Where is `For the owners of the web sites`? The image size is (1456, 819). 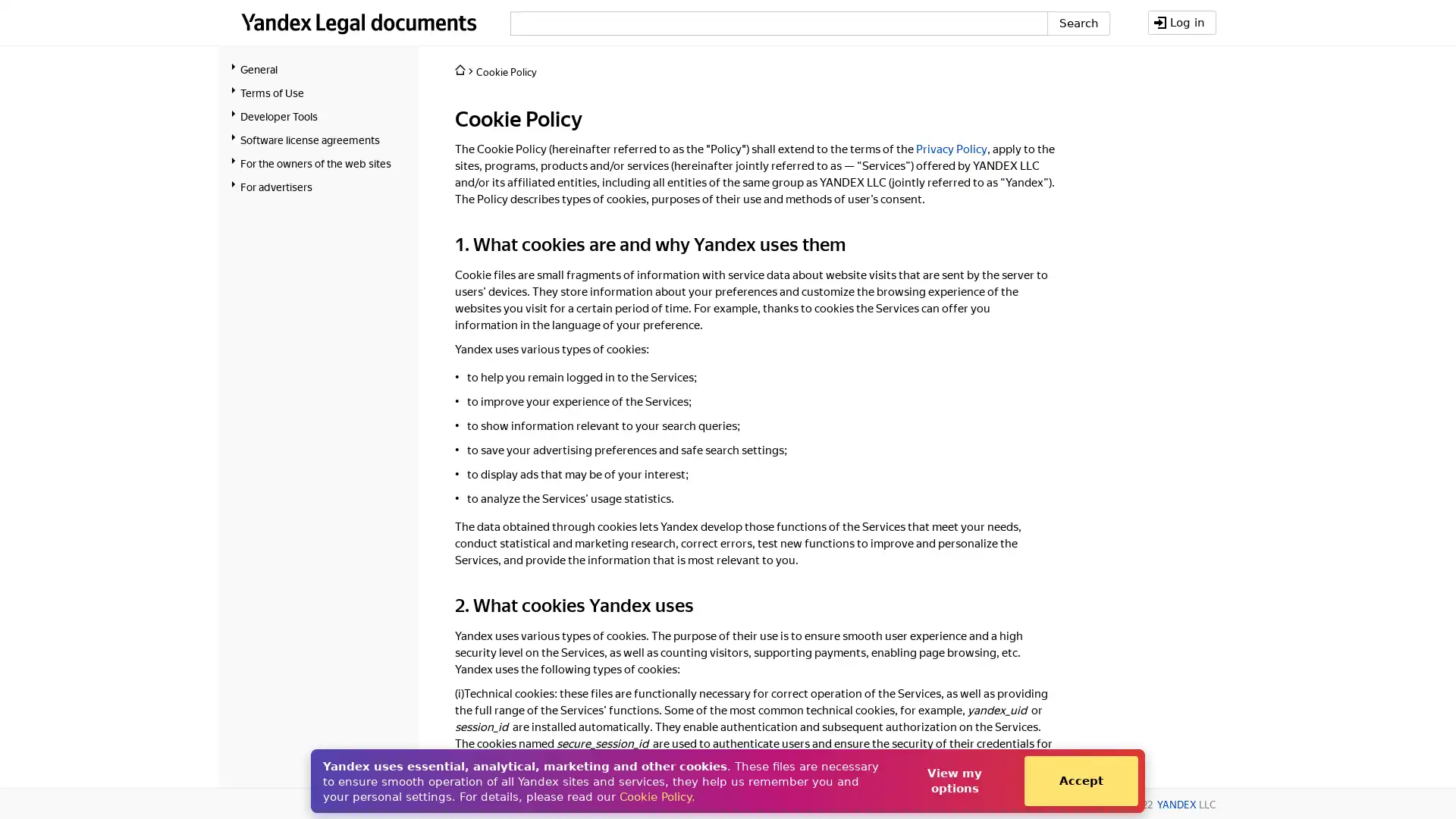 For the owners of the web sites is located at coordinates (318, 162).